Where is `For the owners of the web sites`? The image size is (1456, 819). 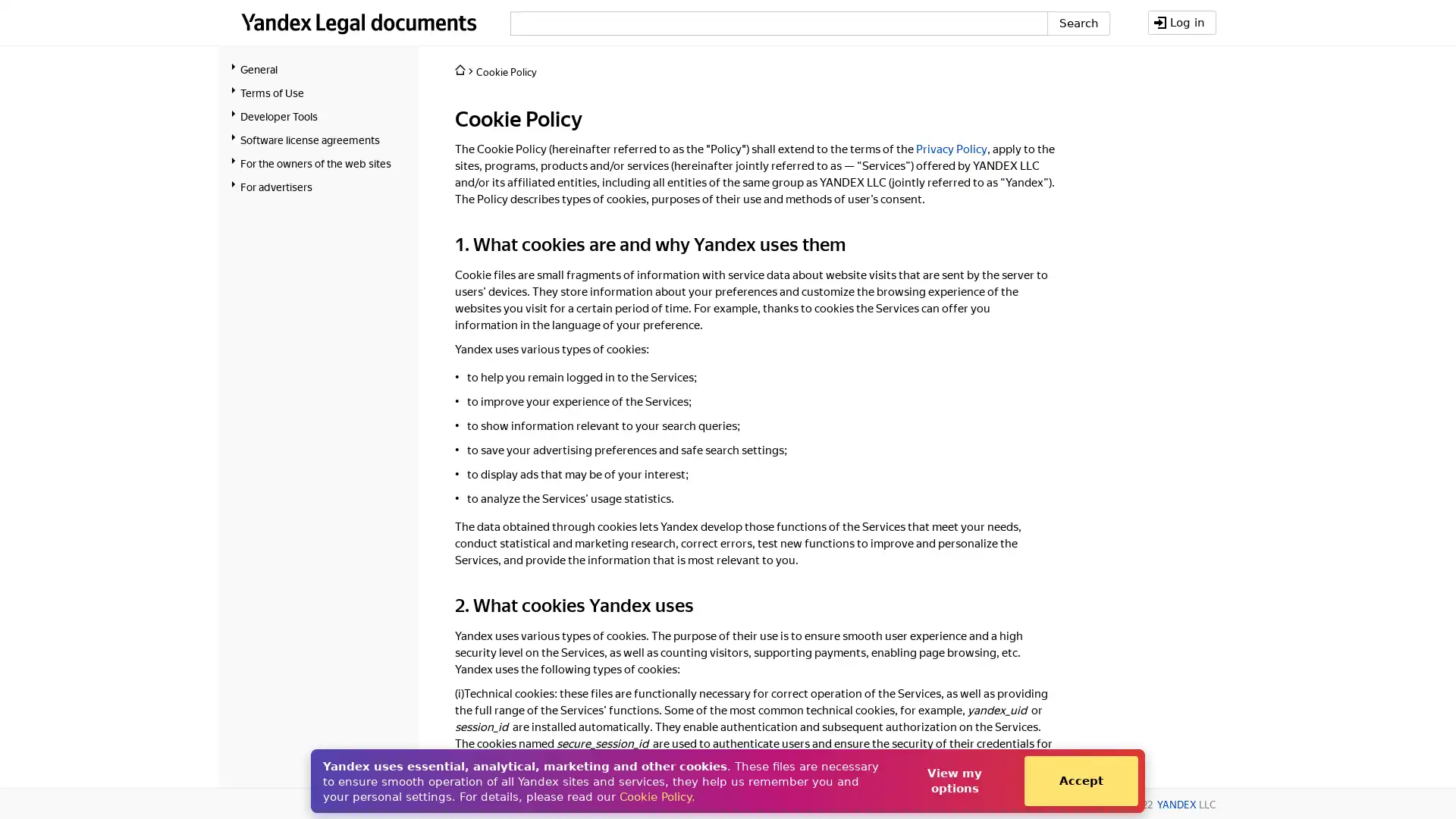 For the owners of the web sites is located at coordinates (318, 162).